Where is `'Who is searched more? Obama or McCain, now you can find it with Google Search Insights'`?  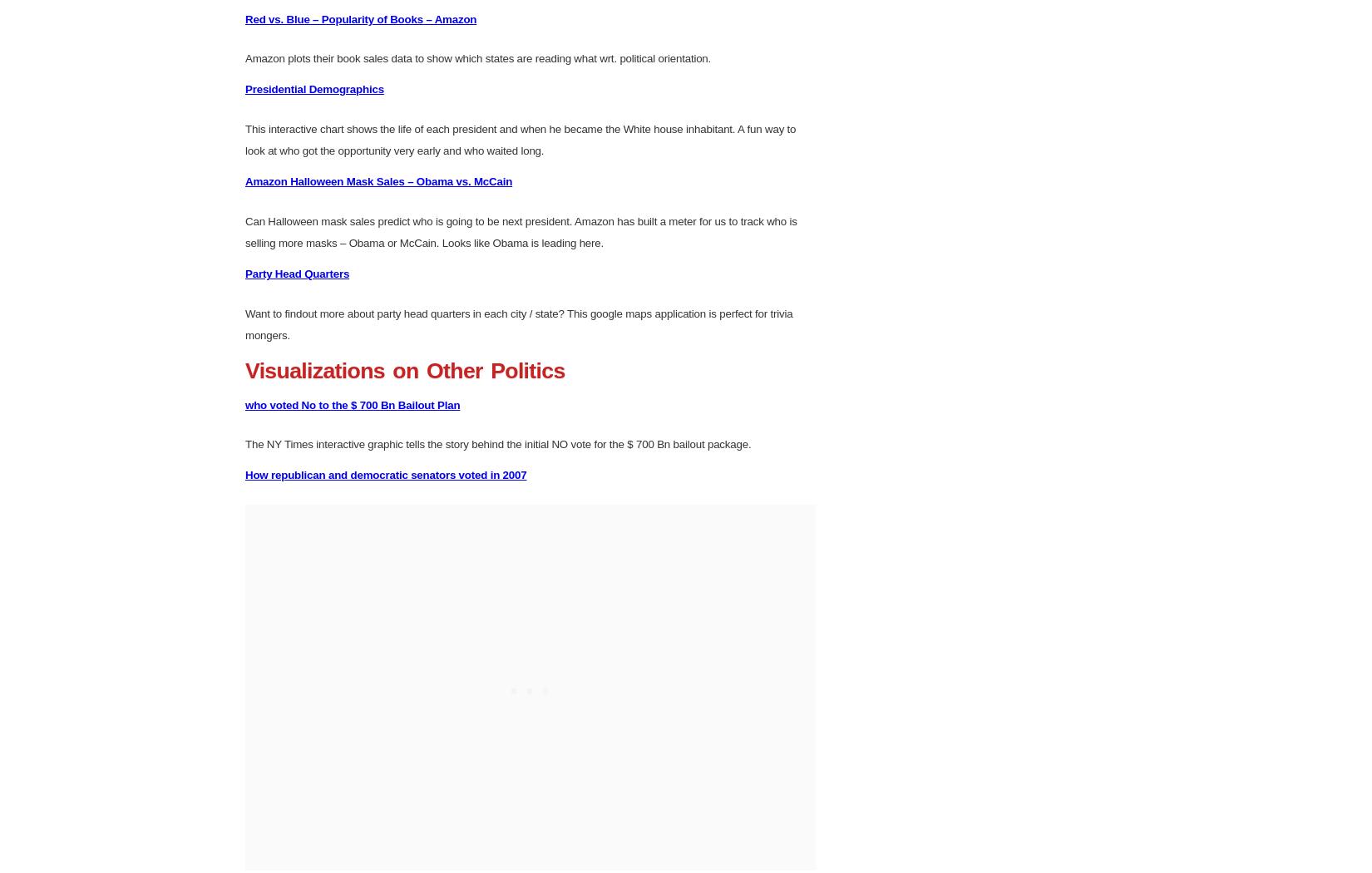 'Who is searched more? Obama or McCain, now you can find it with Google Search Insights' is located at coordinates (461, 173).